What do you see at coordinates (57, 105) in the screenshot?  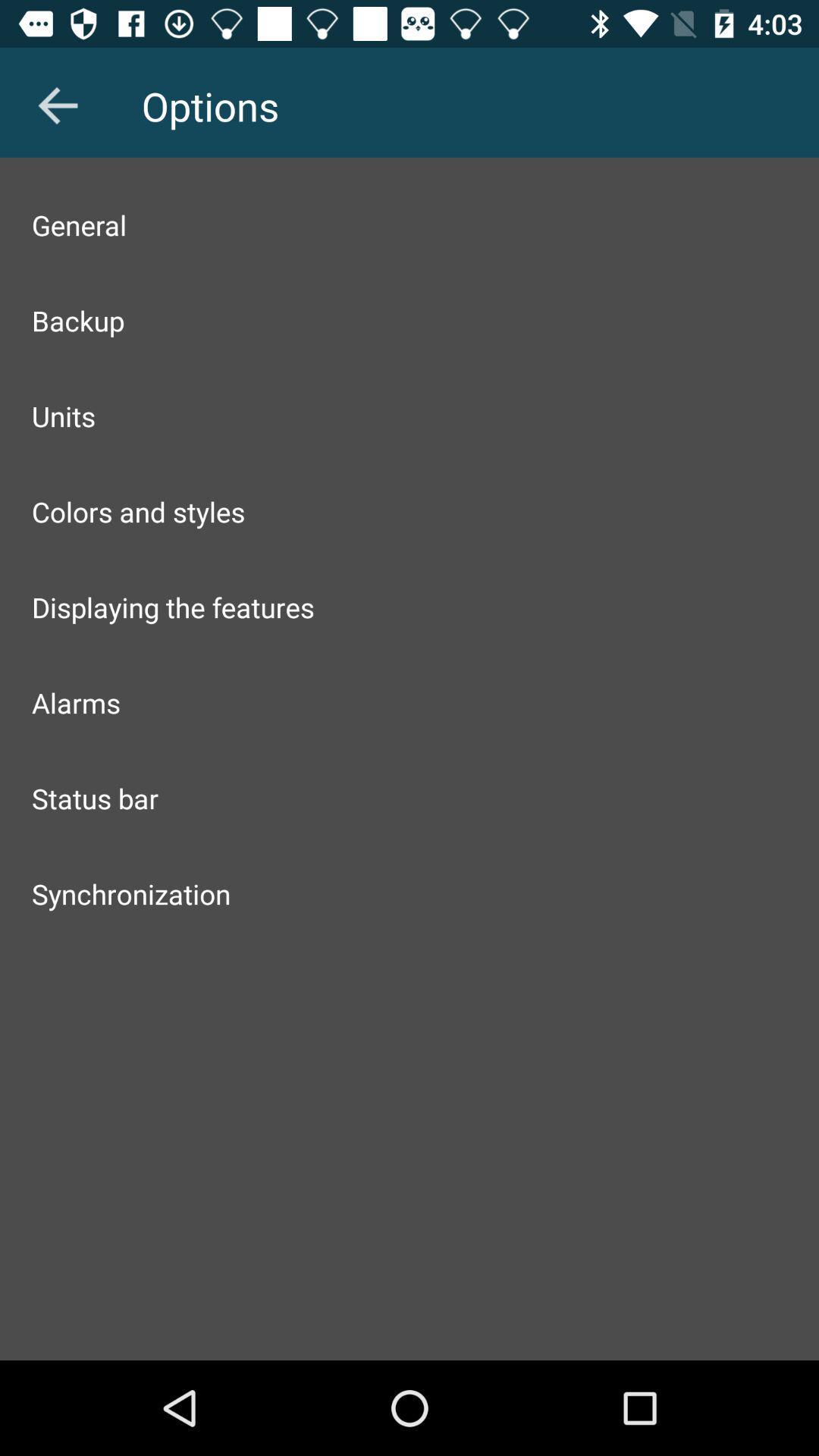 I see `icon to the left of options icon` at bounding box center [57, 105].